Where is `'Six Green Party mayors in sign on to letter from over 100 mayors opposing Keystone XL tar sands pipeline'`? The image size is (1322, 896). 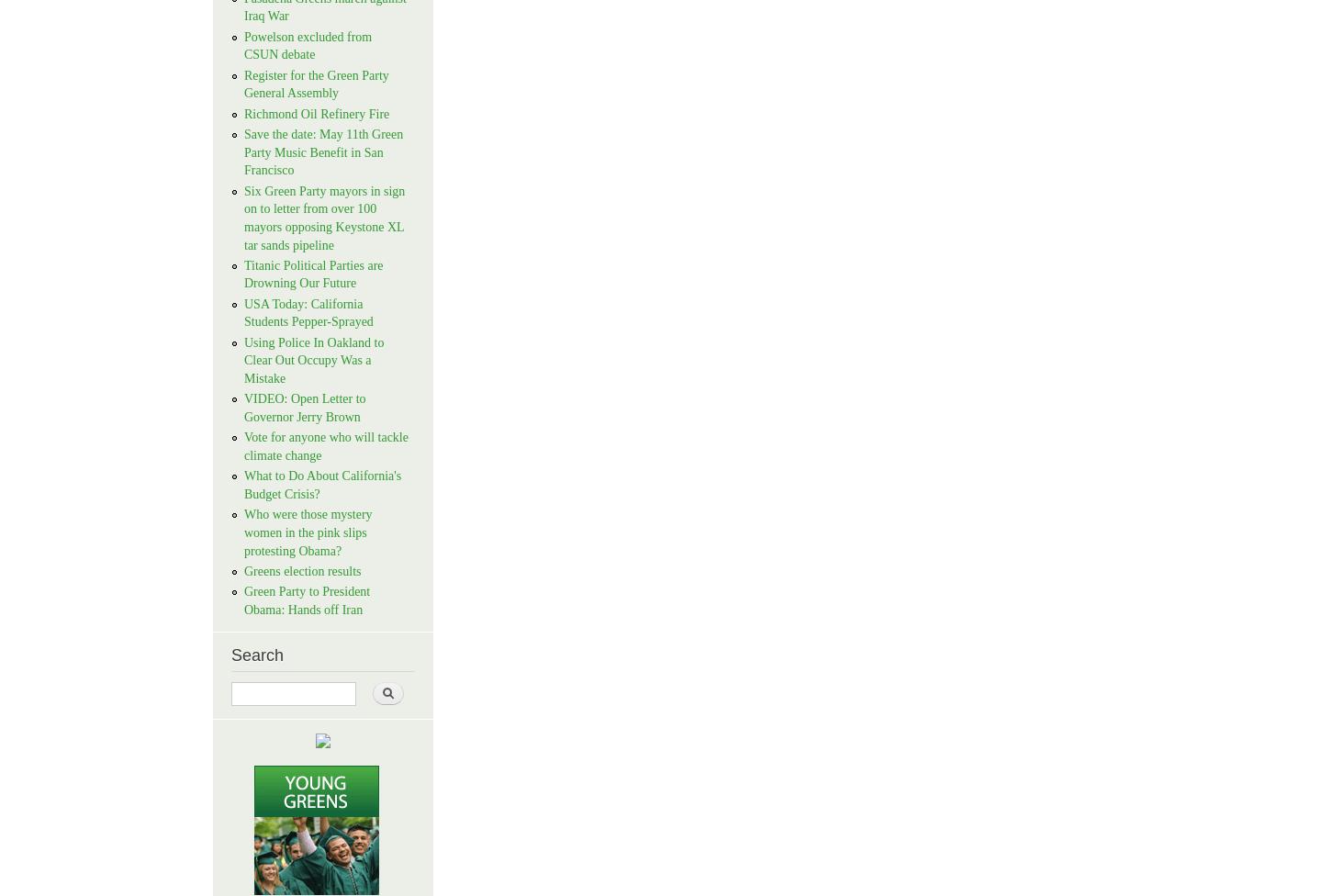
'Six Green Party mayors in sign on to letter from over 100 mayors opposing Keystone XL tar sands pipeline' is located at coordinates (324, 216).